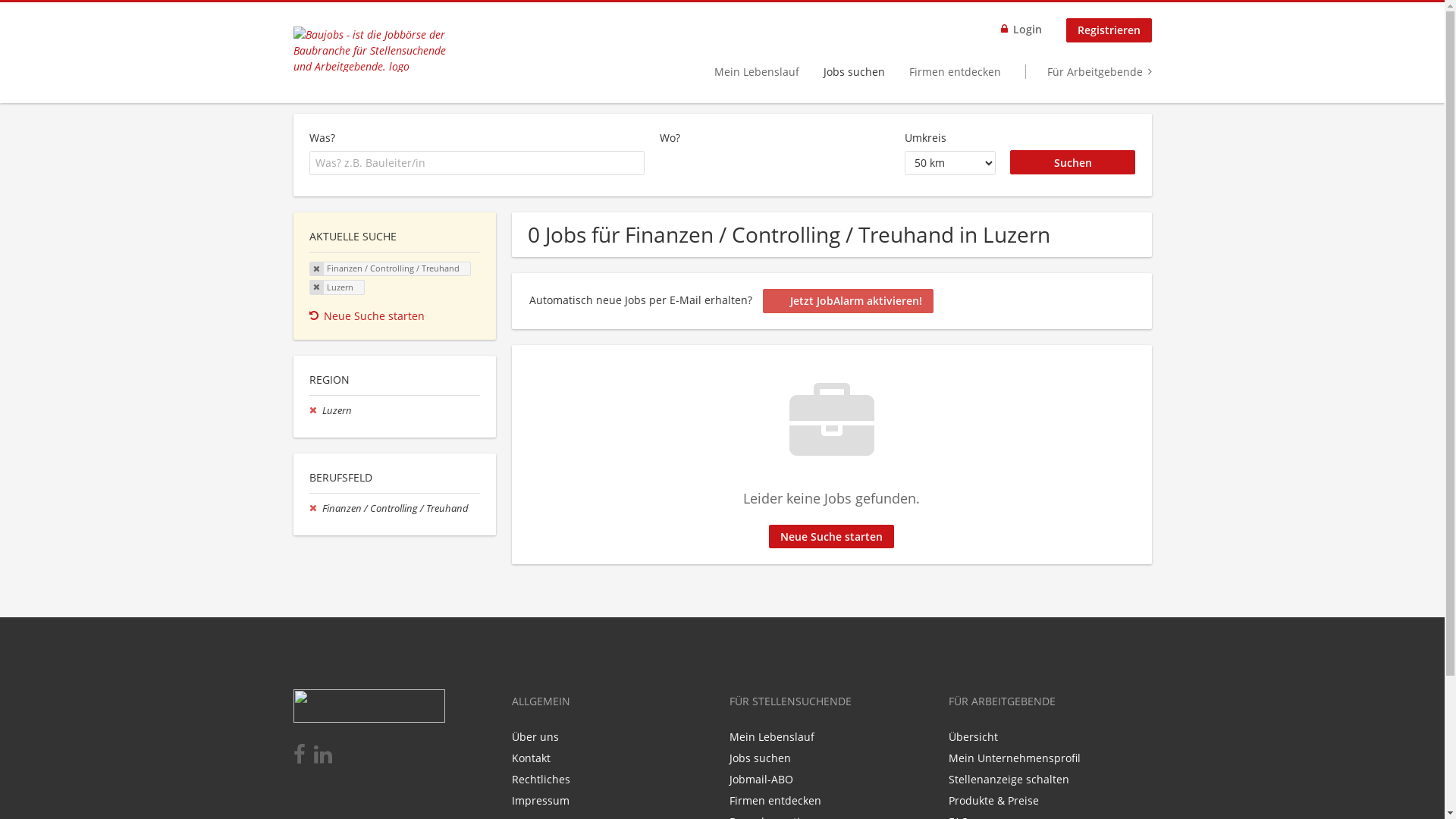 This screenshot has height=819, width=1456. What do you see at coordinates (698, 533) in the screenshot?
I see `'Jetzt aktivieren'` at bounding box center [698, 533].